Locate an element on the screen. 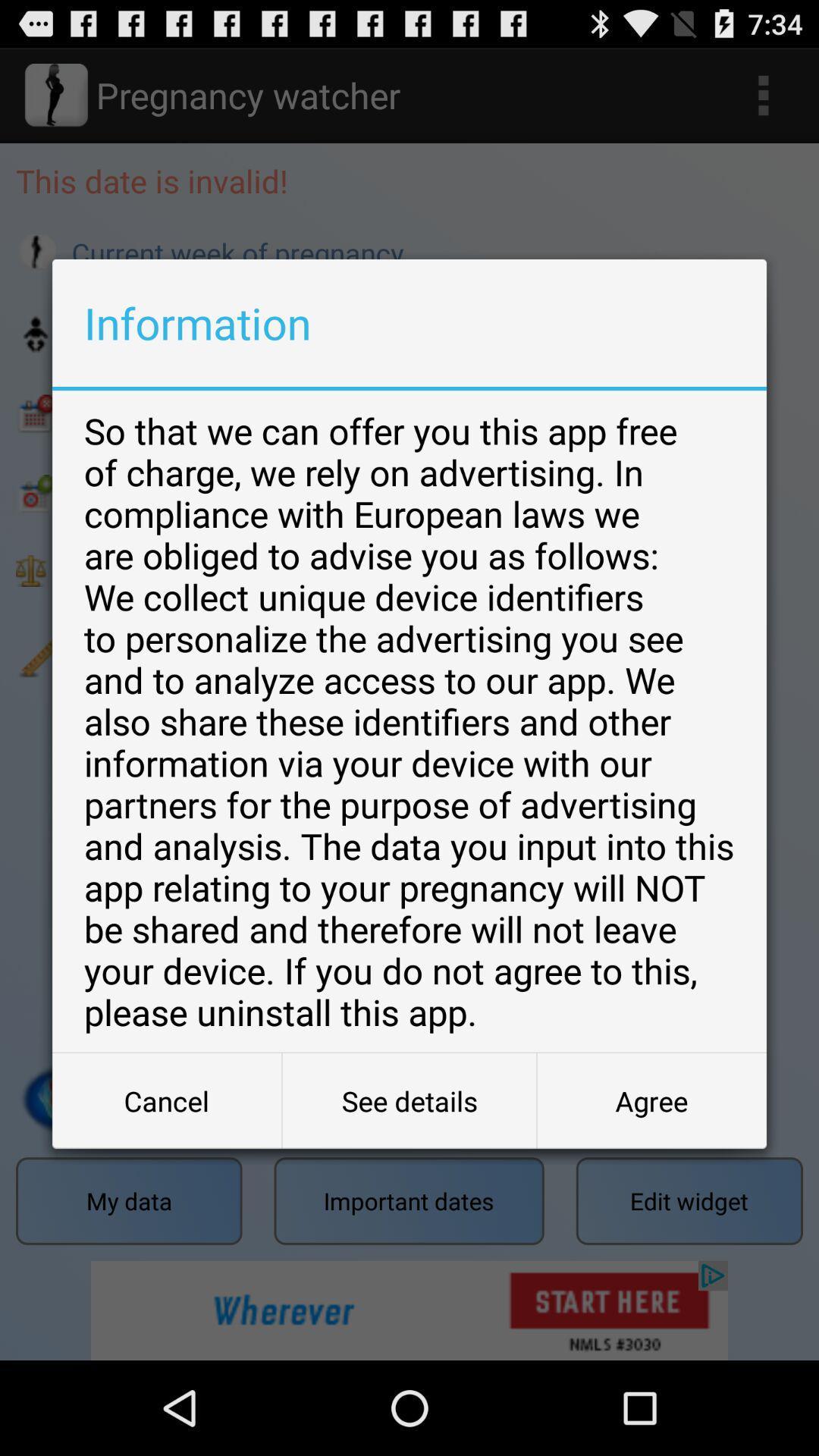 The image size is (819, 1456). the icon at the bottom is located at coordinates (409, 1100).